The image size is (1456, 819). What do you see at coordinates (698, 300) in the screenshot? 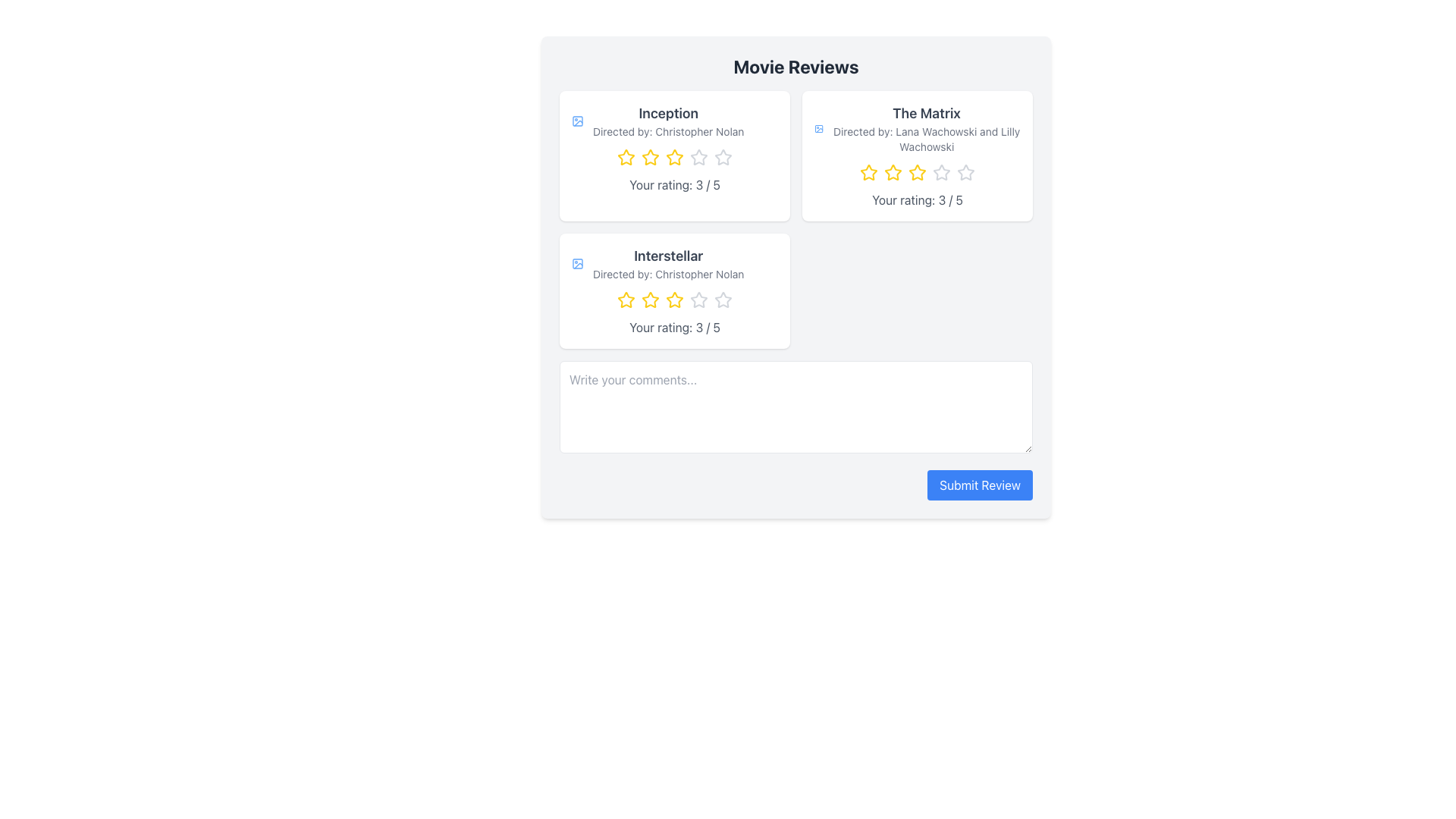
I see `the fifth grayish star icon` at bounding box center [698, 300].